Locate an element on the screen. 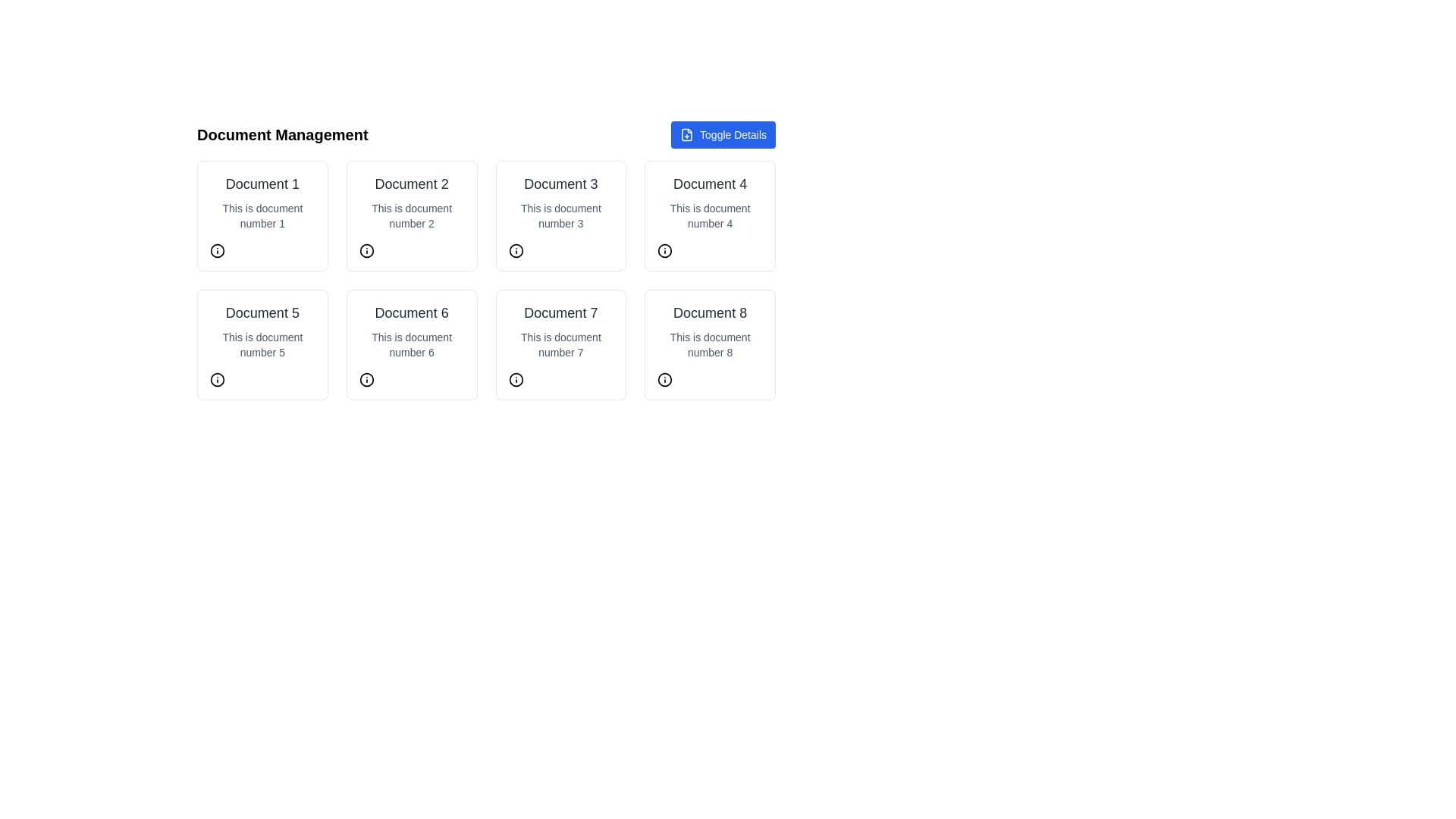 This screenshot has height=819, width=1456. the header text label for Document 4, which is located in the first row, fourth column of the grid layout is located at coordinates (709, 184).